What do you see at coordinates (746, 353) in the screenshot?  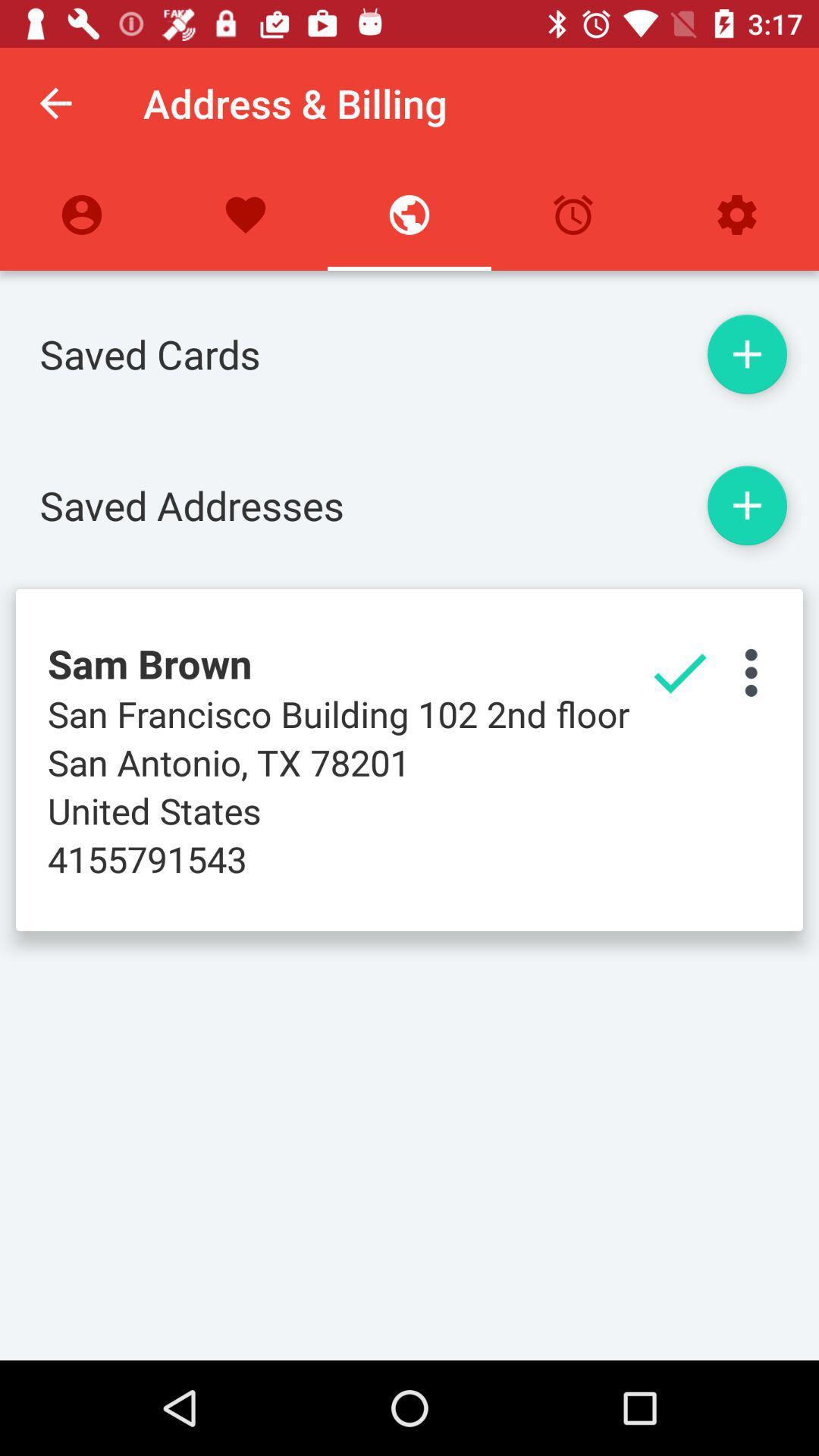 I see `expand saved cards` at bounding box center [746, 353].